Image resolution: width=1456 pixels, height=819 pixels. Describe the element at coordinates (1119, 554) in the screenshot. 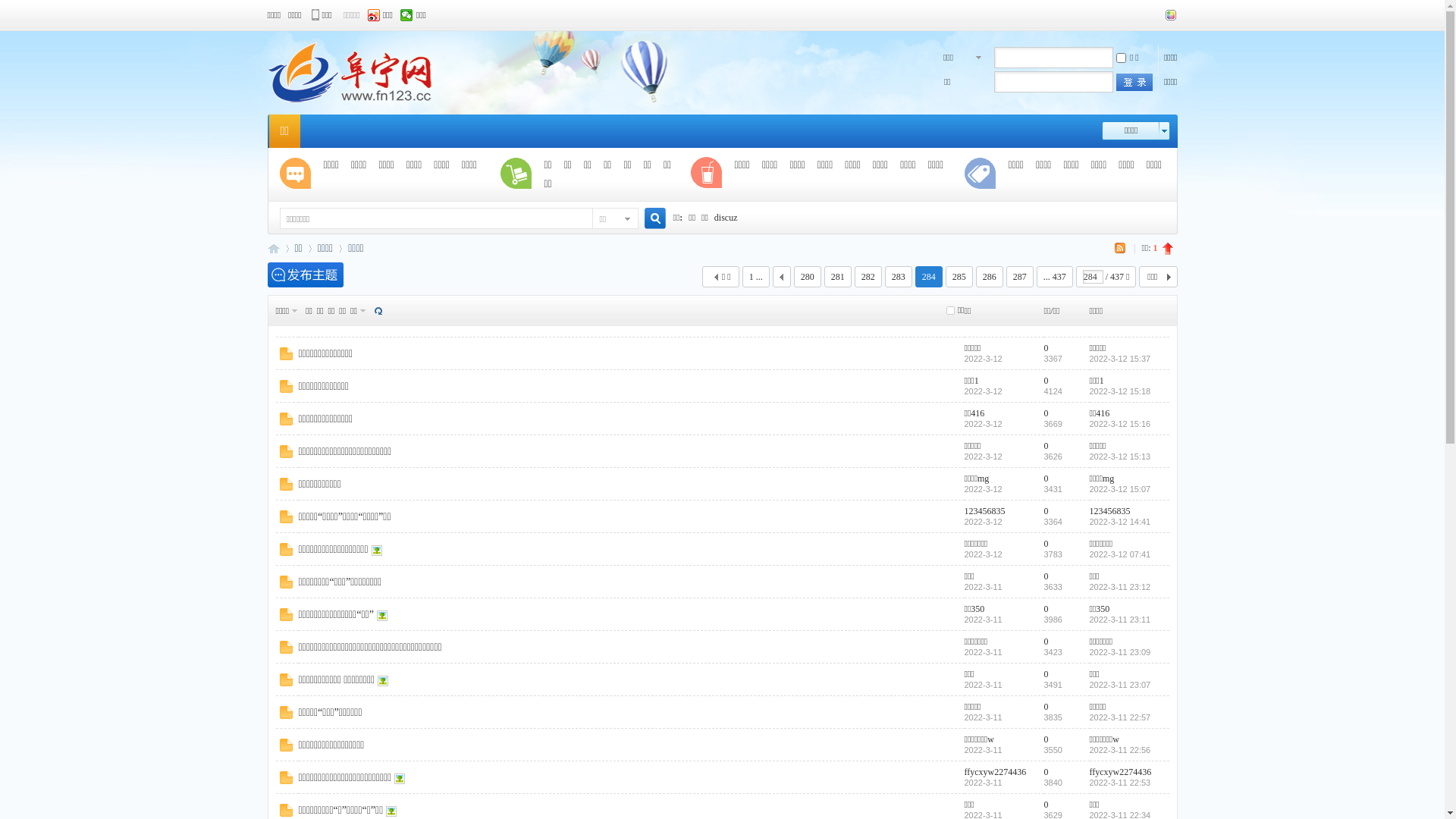

I see `'2022-3-12 07:41'` at that location.